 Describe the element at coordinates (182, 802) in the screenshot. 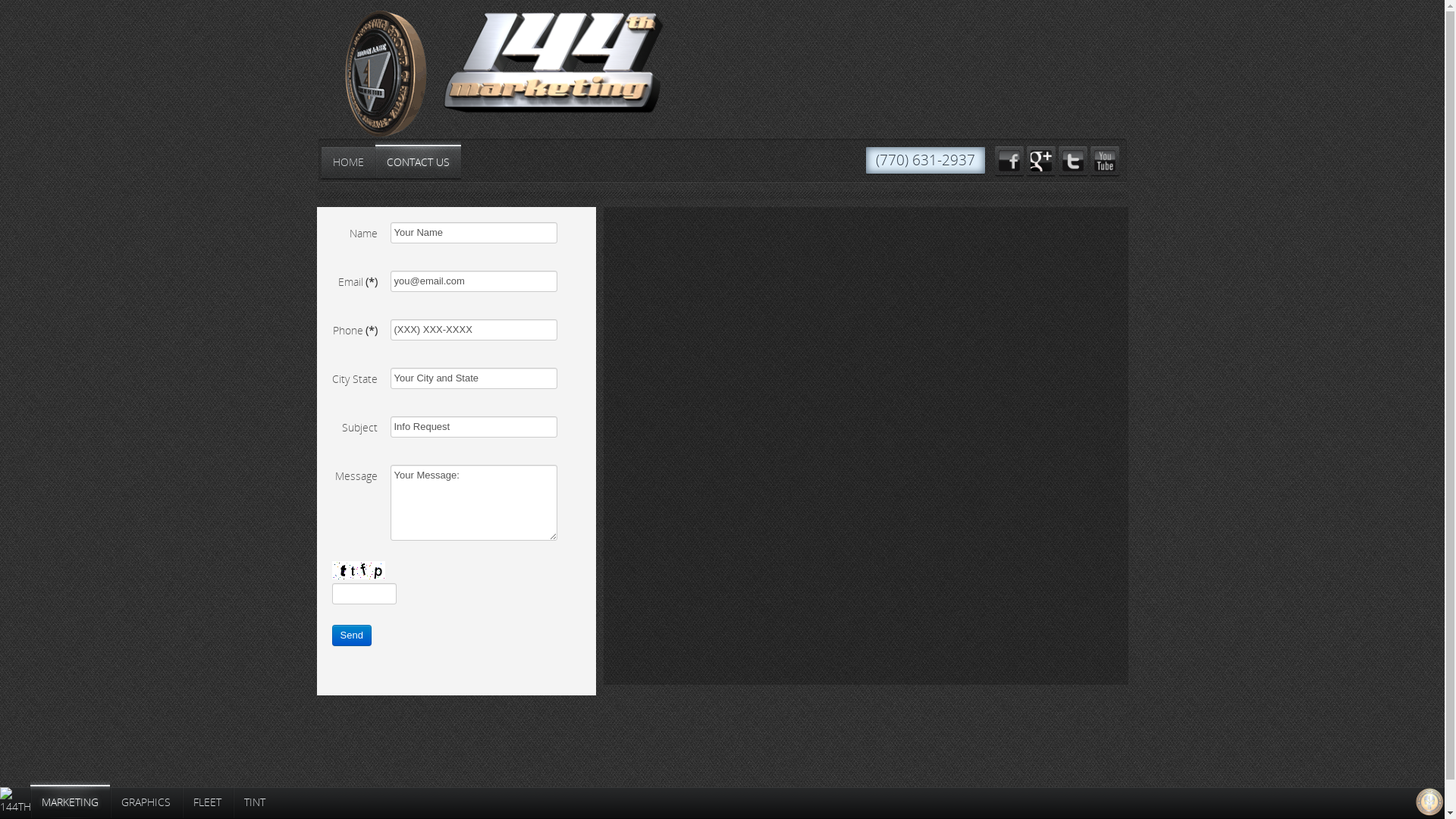

I see `'FLEET'` at that location.